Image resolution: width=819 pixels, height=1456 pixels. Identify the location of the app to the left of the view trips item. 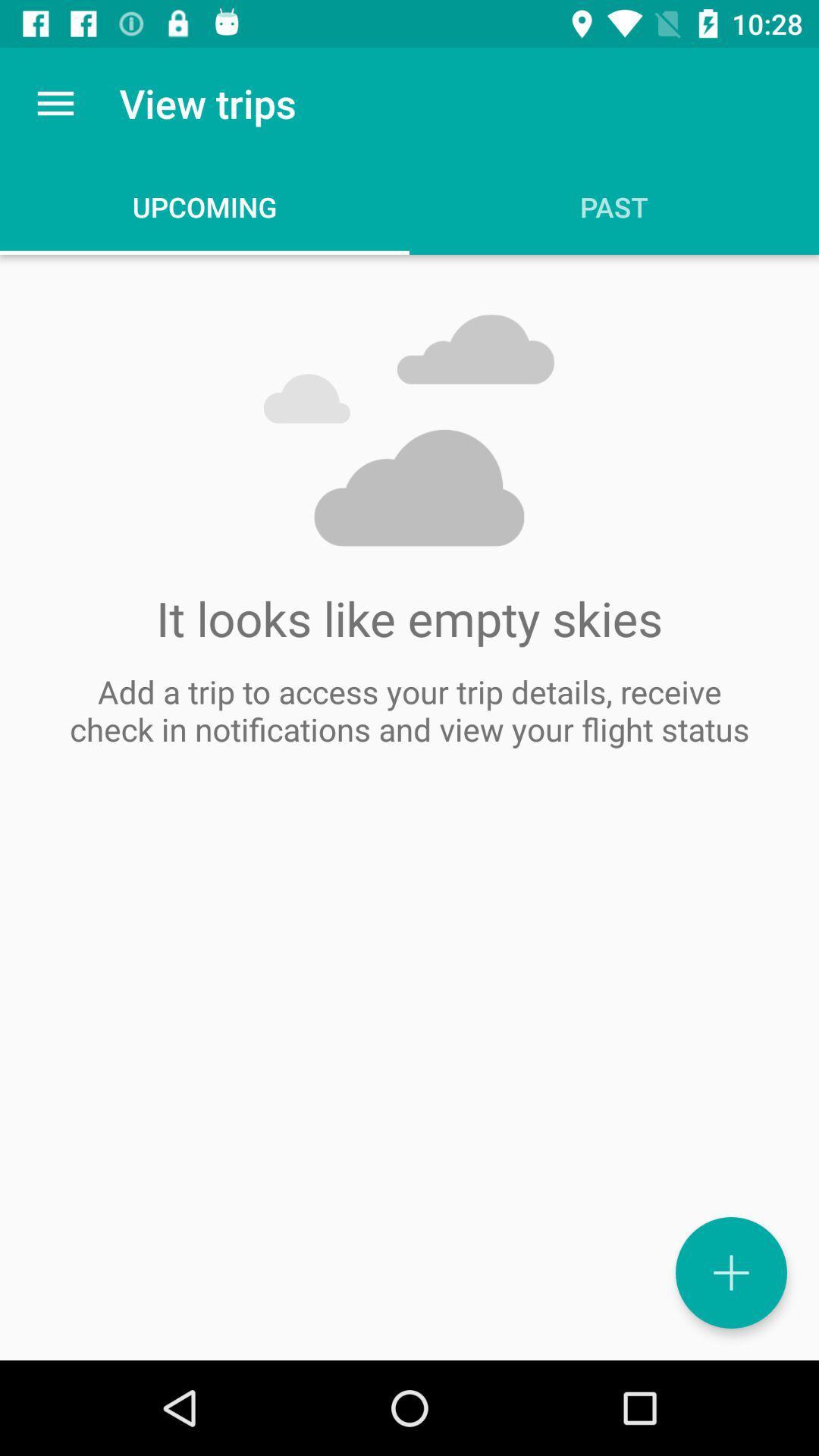
(55, 102).